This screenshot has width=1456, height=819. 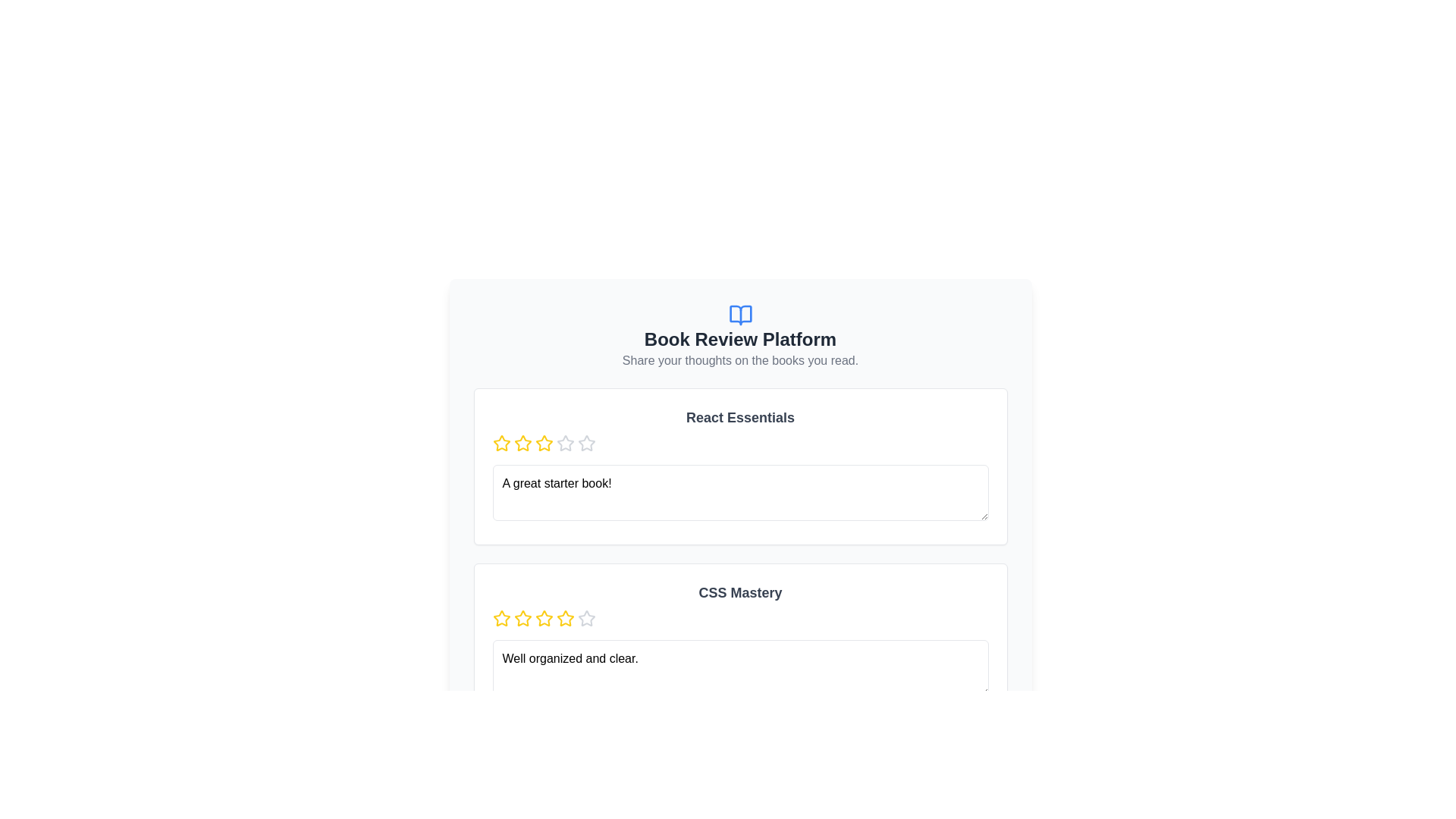 What do you see at coordinates (544, 618) in the screenshot?
I see `the second star in the rating row for the book 'CSS Mastery' to set the rating to 2` at bounding box center [544, 618].